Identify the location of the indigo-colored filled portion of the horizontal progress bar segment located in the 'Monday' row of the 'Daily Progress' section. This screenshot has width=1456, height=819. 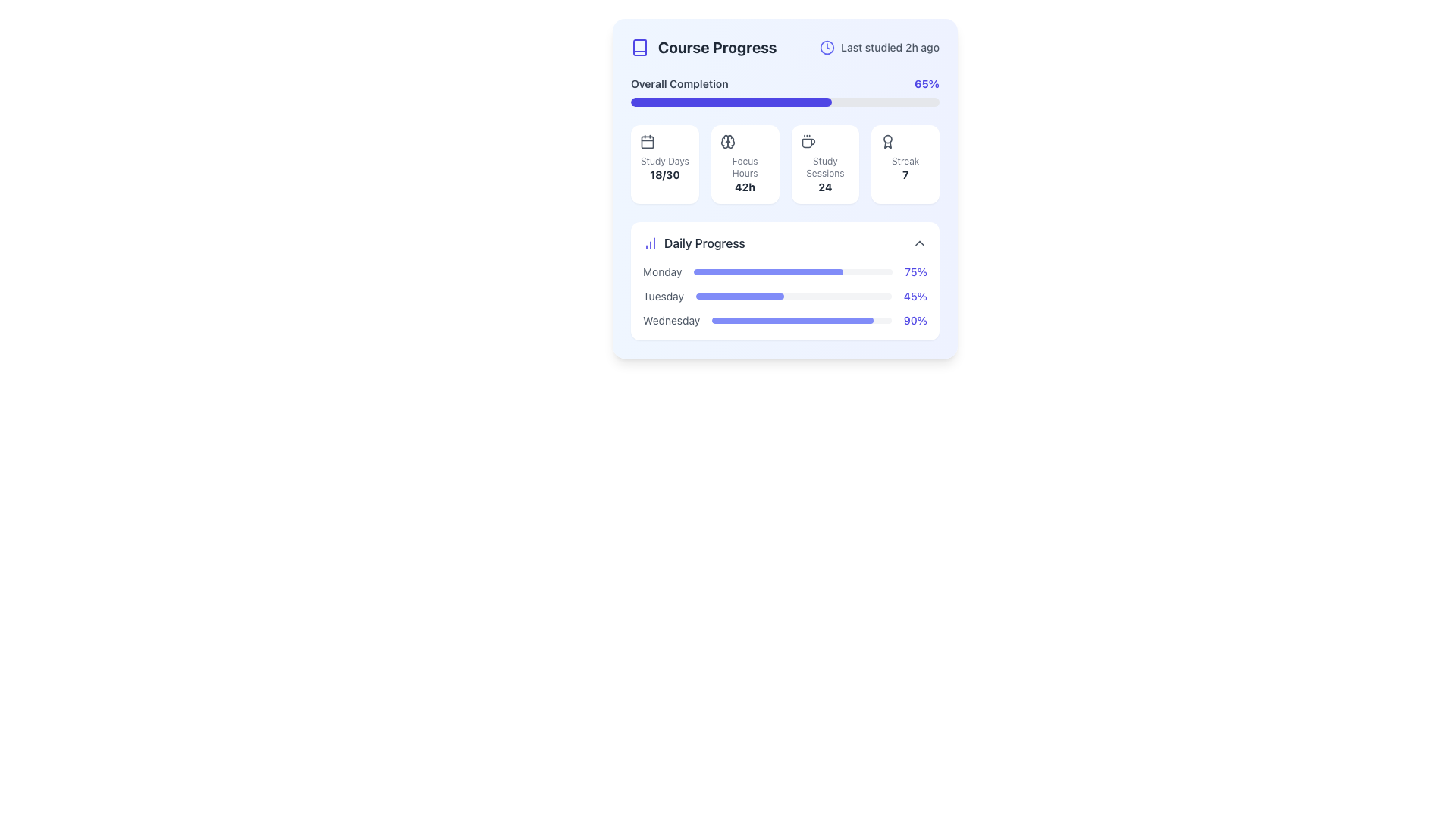
(768, 271).